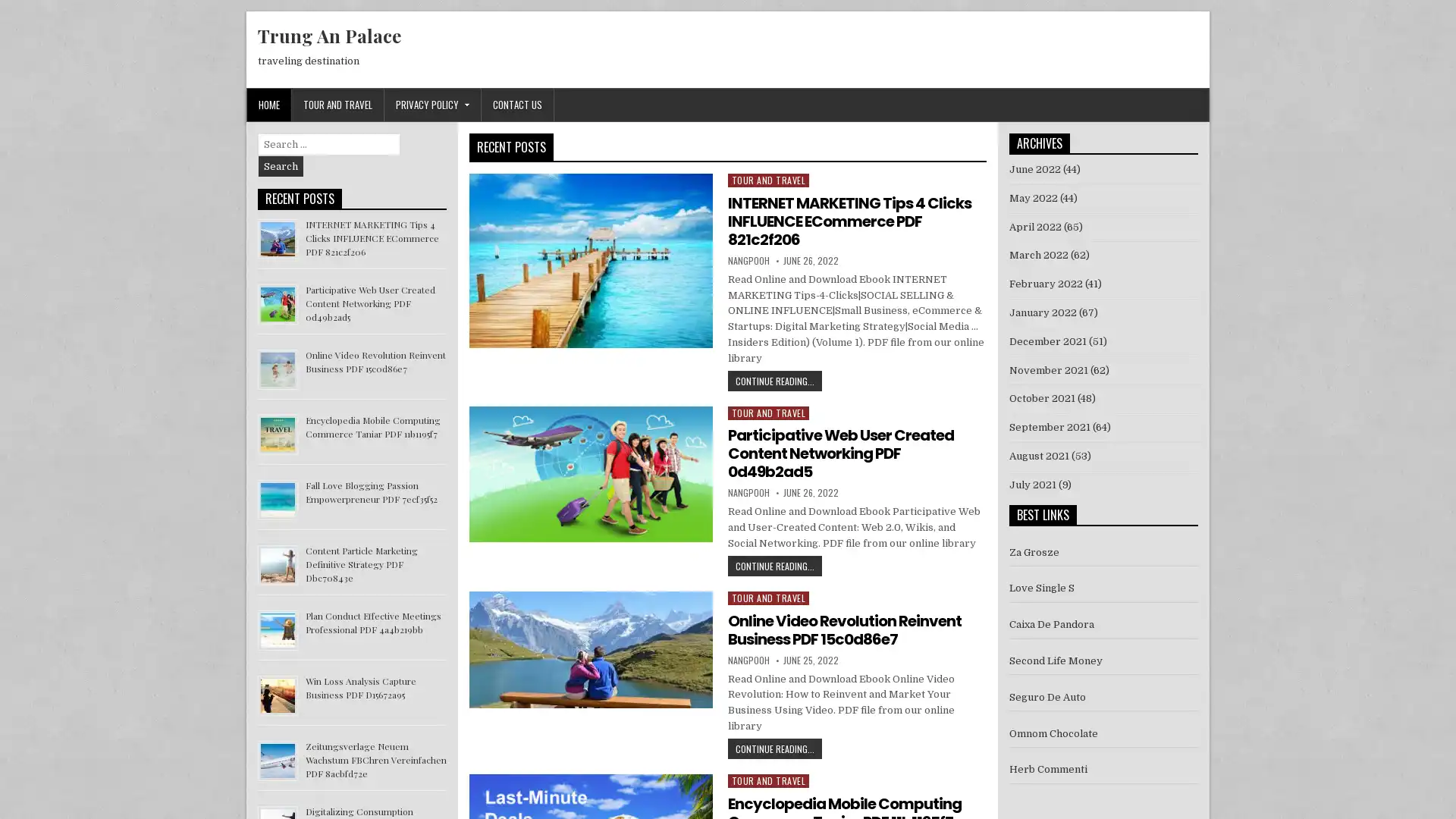 The width and height of the screenshot is (1456, 819). Describe the element at coordinates (281, 166) in the screenshot. I see `Search` at that location.